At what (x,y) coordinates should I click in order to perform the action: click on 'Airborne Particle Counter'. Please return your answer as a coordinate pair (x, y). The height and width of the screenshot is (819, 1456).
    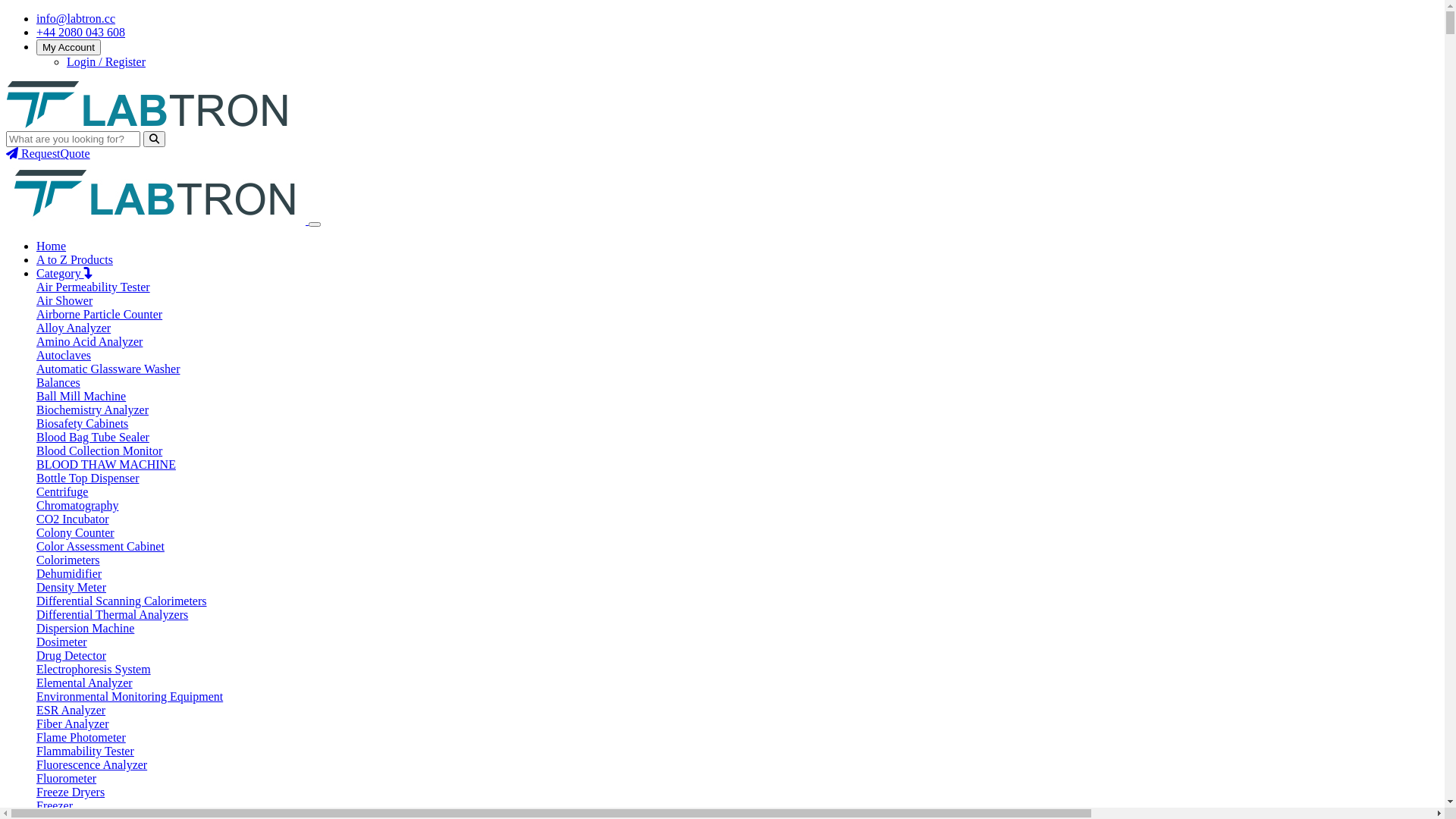
    Looking at the image, I should click on (98, 313).